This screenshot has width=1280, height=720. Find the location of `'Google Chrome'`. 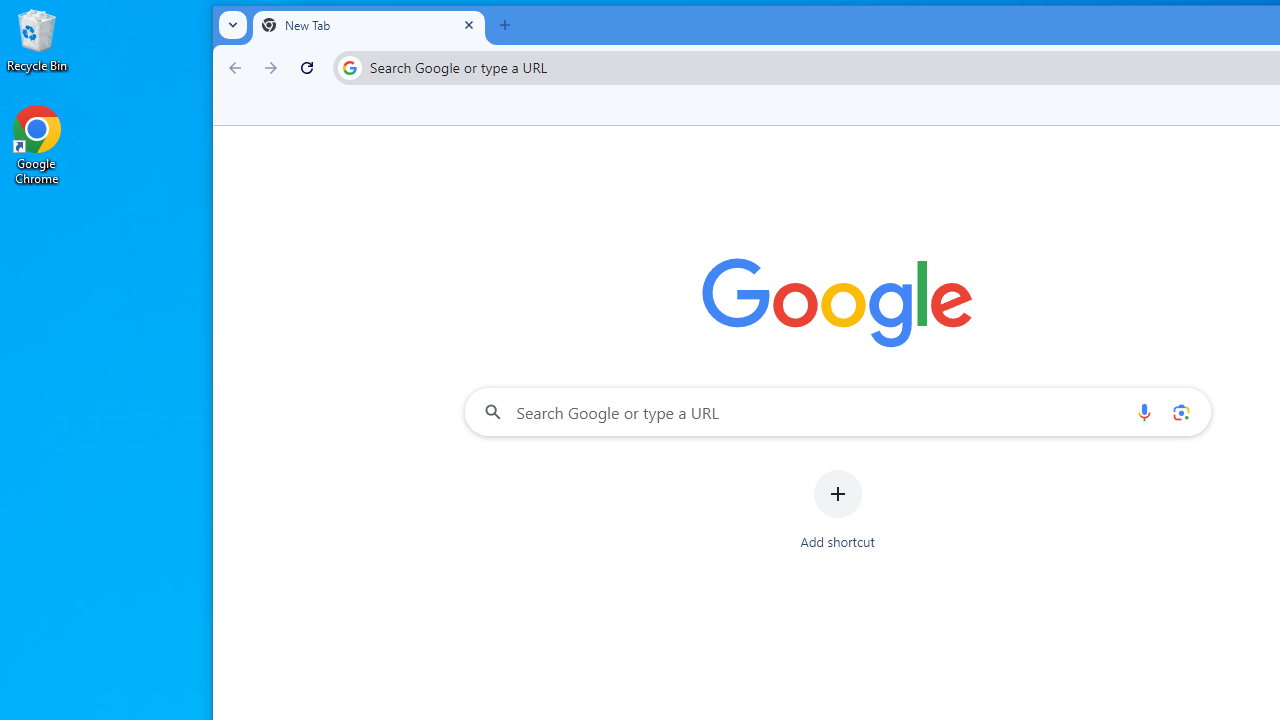

'Google Chrome' is located at coordinates (37, 144).